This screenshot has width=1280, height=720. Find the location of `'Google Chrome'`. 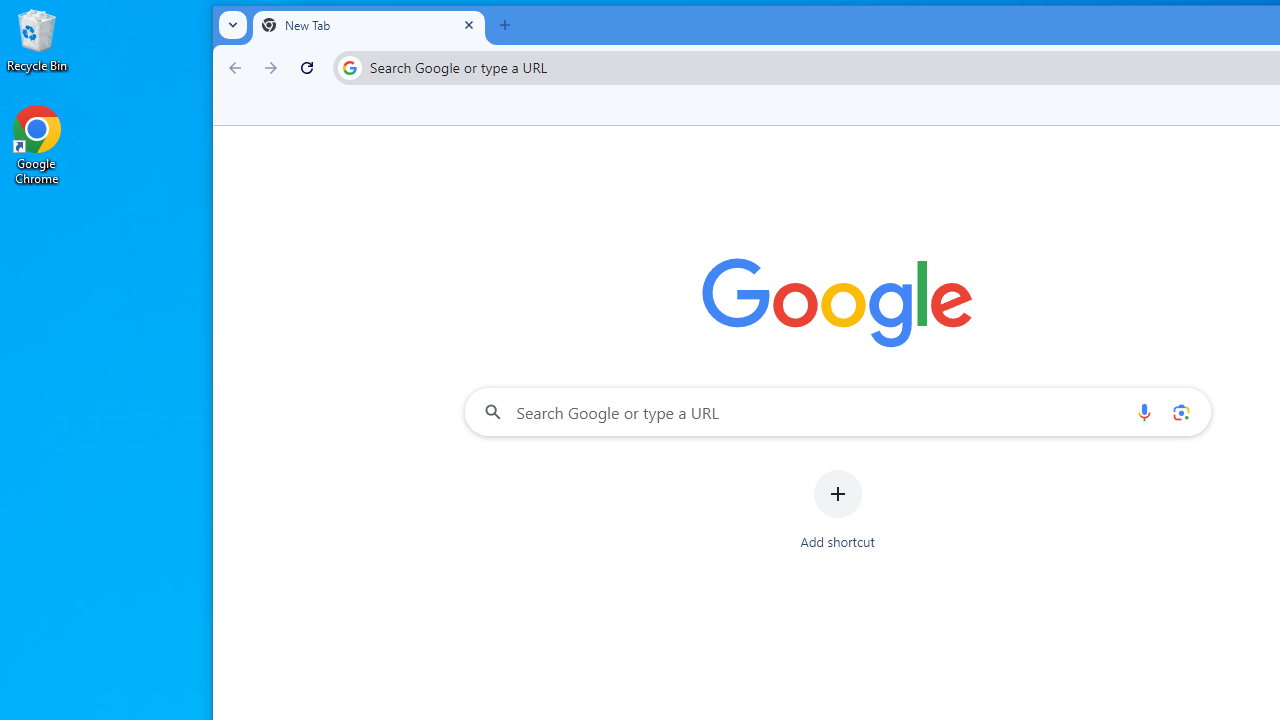

'Google Chrome' is located at coordinates (37, 144).